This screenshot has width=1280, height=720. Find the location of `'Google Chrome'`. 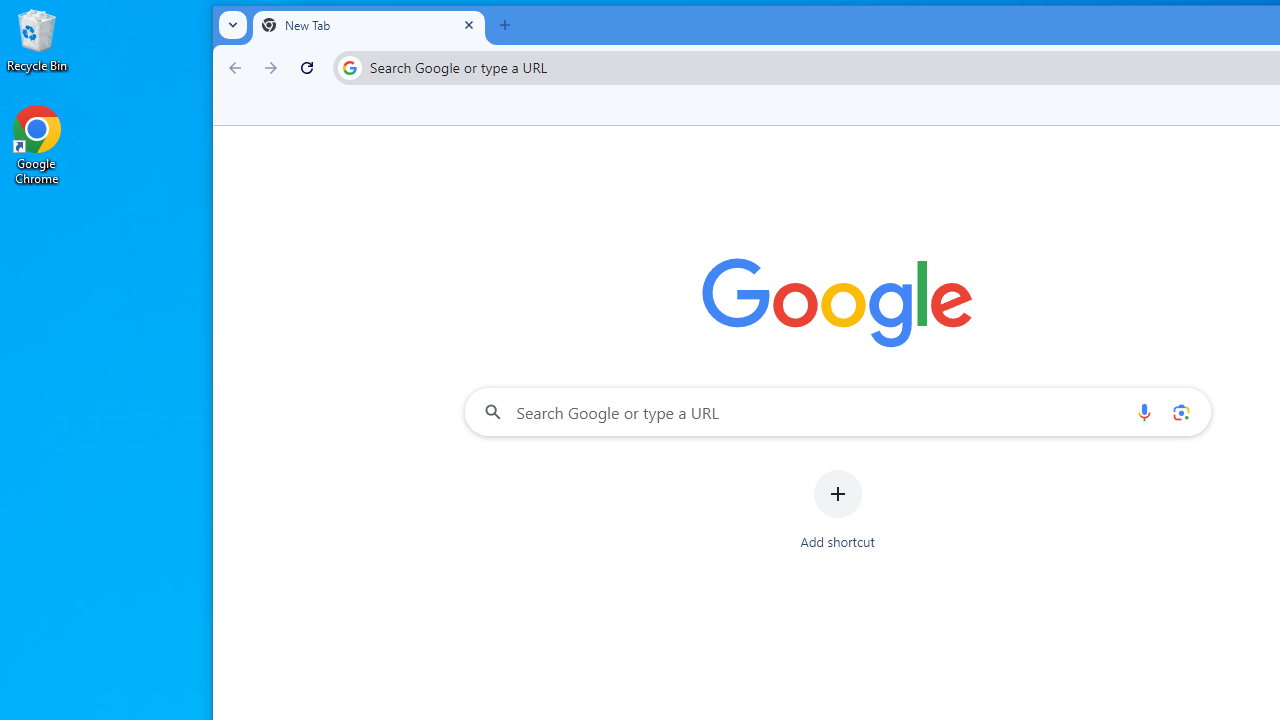

'Google Chrome' is located at coordinates (37, 144).